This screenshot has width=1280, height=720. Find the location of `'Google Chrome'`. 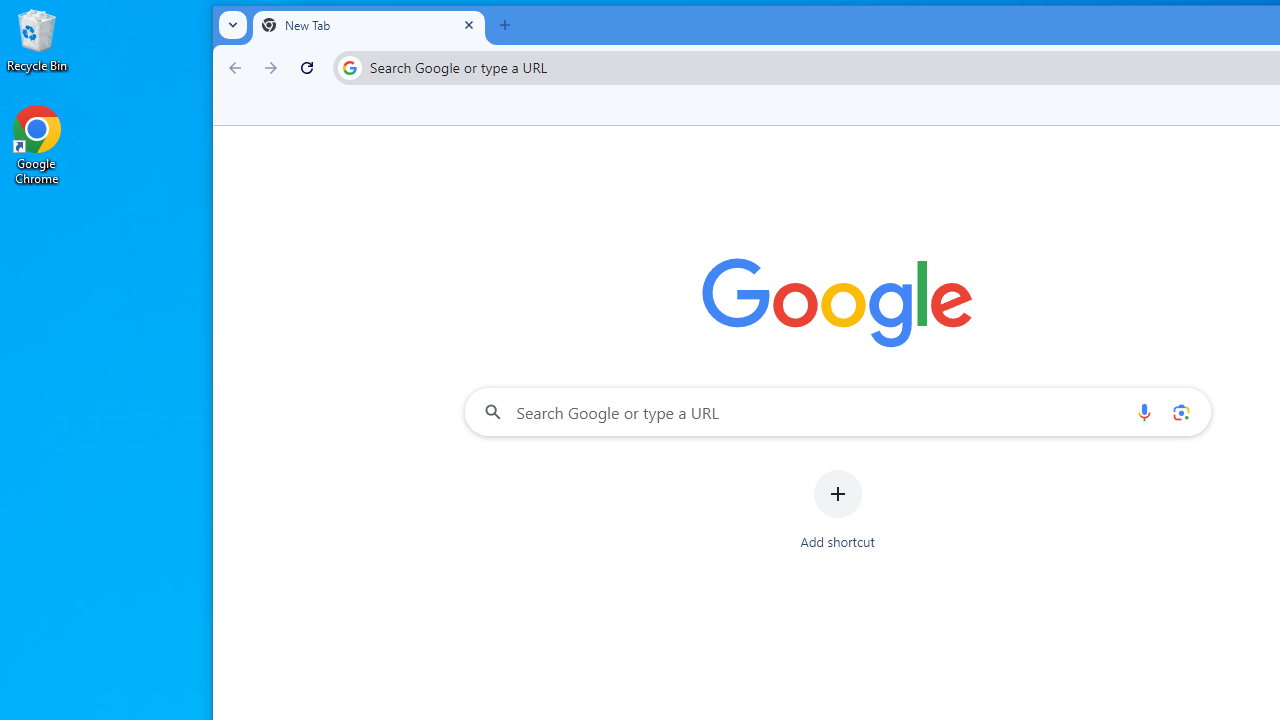

'Google Chrome' is located at coordinates (37, 144).